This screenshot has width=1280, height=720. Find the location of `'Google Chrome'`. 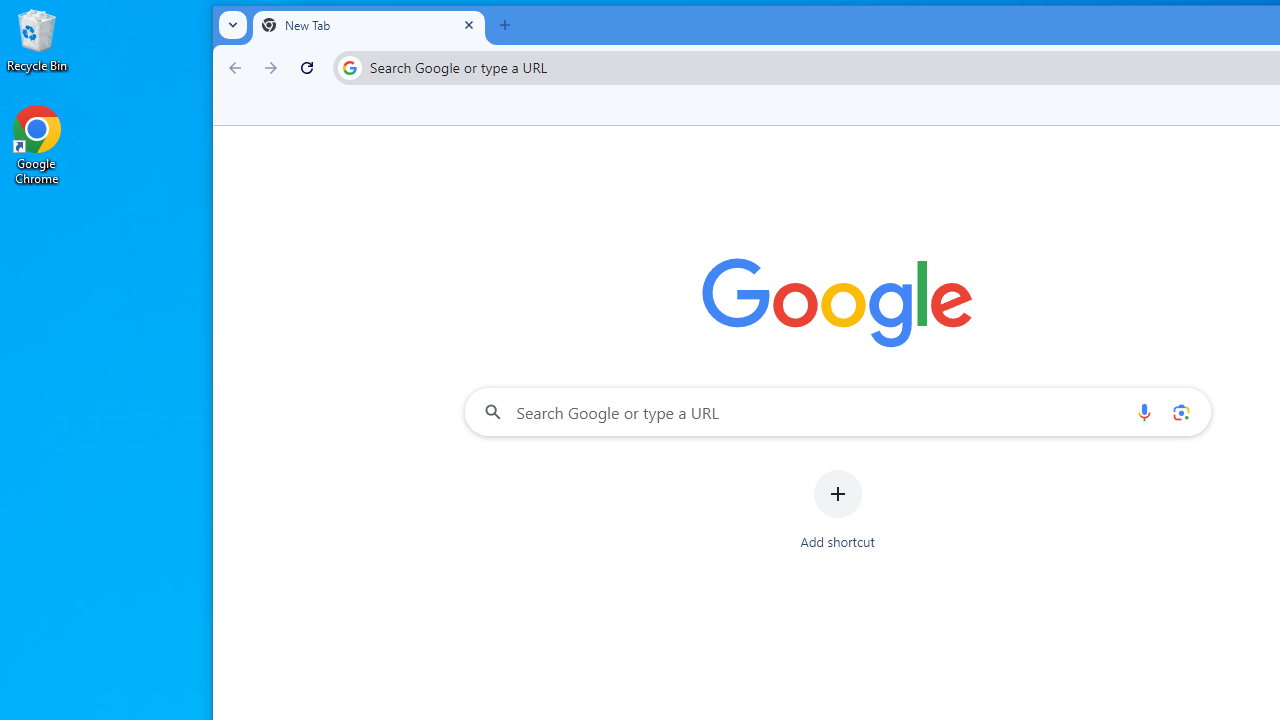

'Google Chrome' is located at coordinates (37, 144).